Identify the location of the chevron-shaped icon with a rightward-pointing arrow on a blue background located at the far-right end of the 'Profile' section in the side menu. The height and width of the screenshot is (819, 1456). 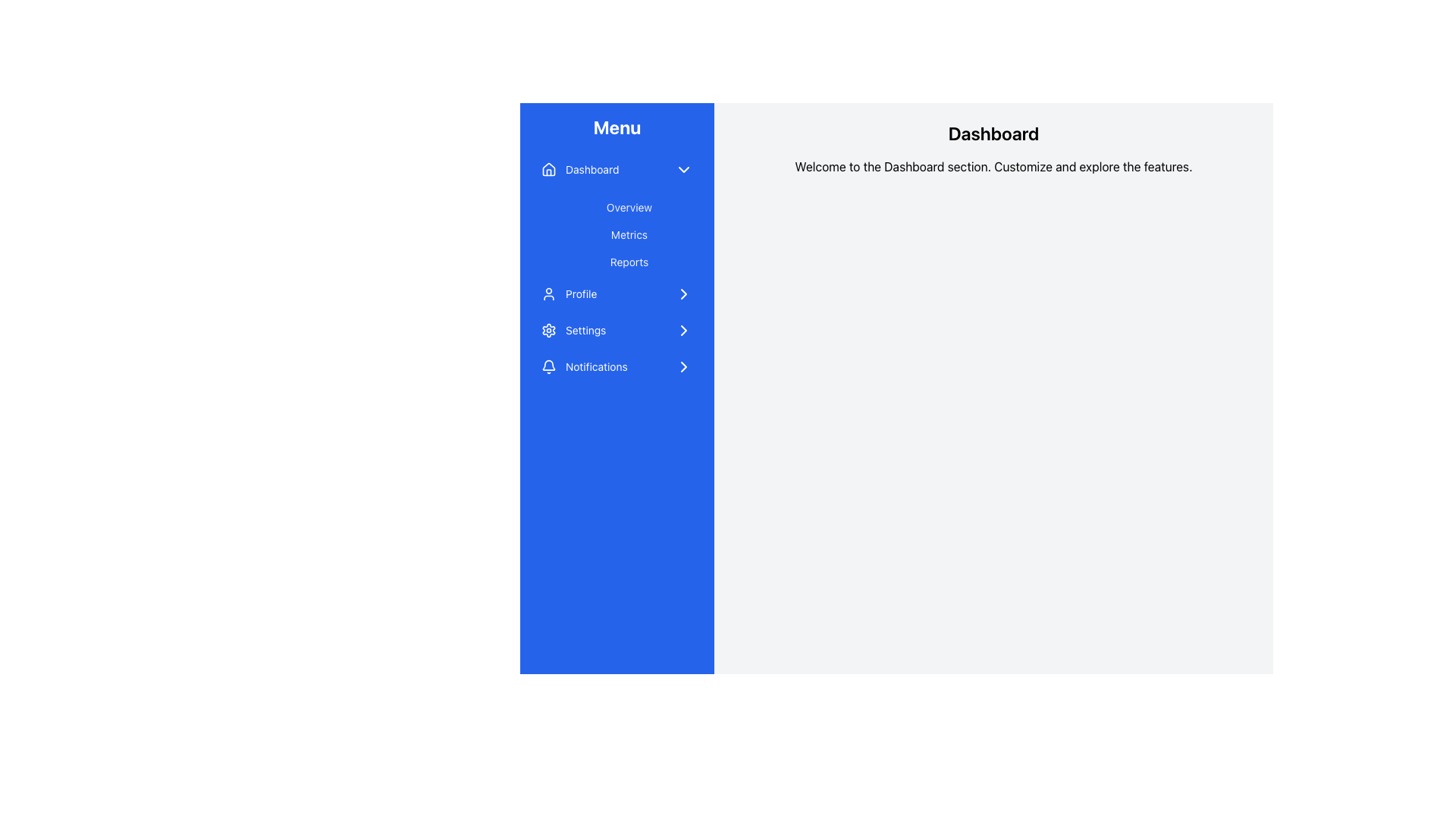
(683, 294).